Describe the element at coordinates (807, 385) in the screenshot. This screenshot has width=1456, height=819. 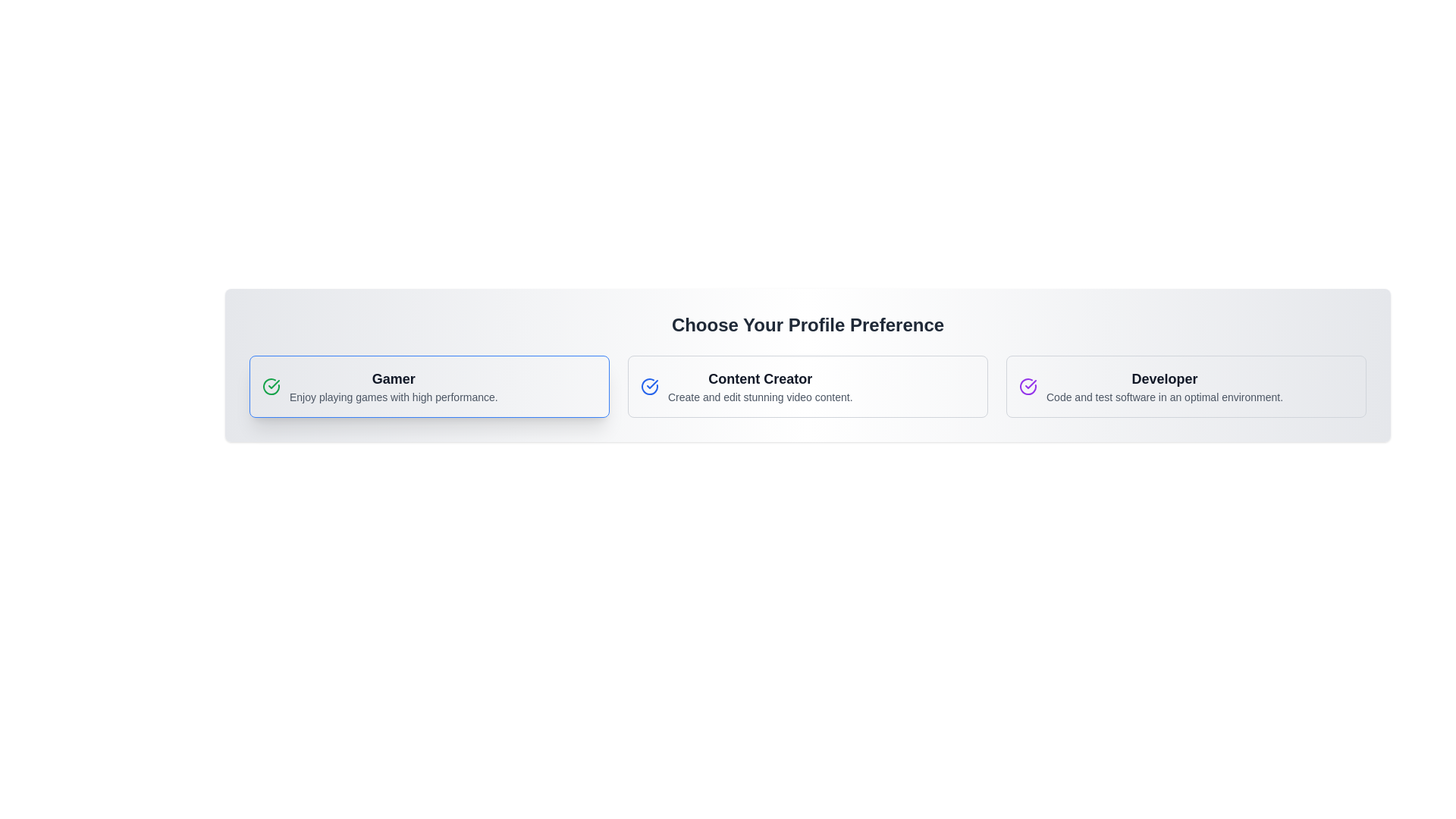
I see `the 'Content Creator' profile option` at that location.